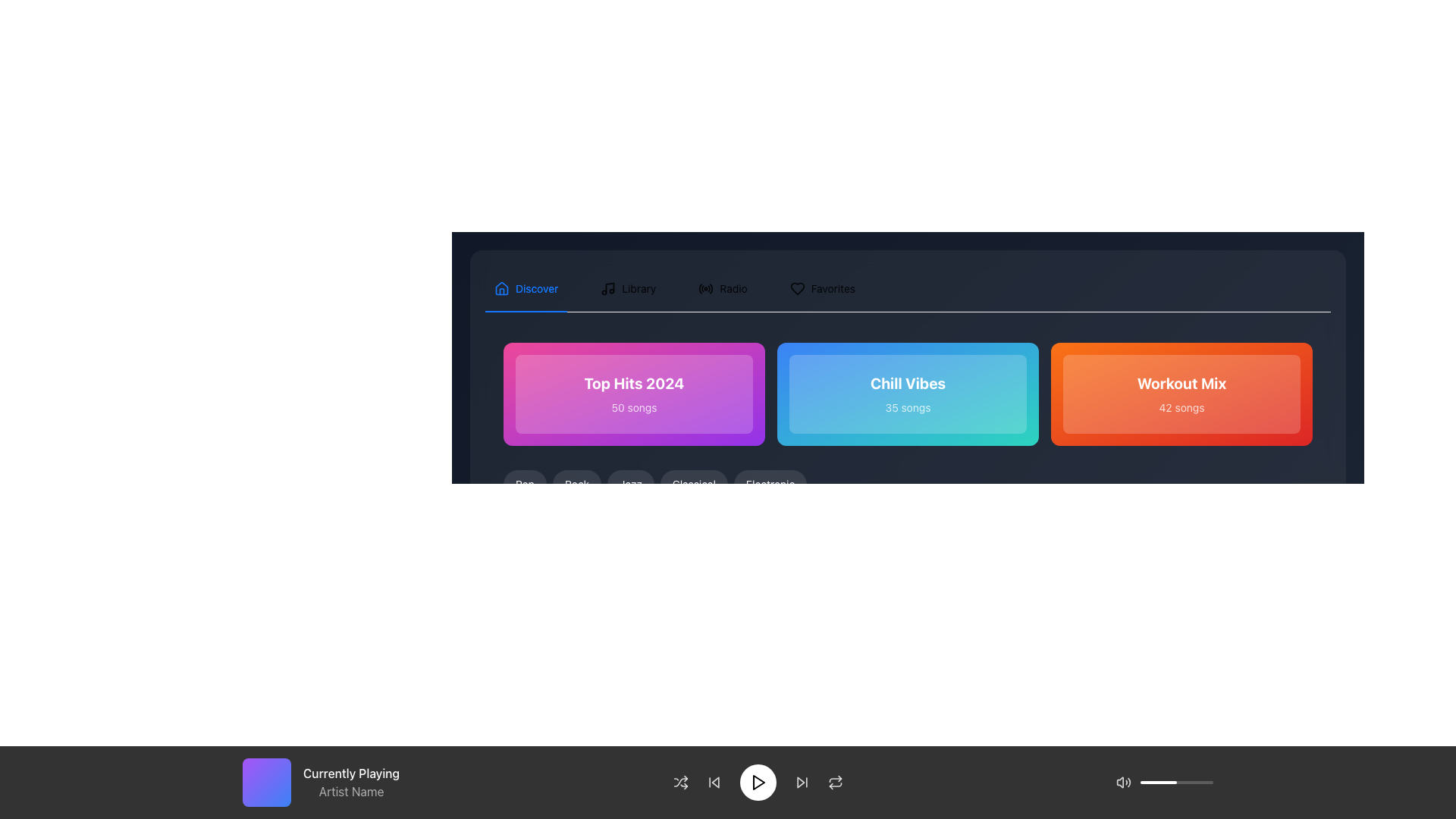  What do you see at coordinates (821, 289) in the screenshot?
I see `the 'Favorites' tab in the horizontal tab bar at the top of the interface` at bounding box center [821, 289].